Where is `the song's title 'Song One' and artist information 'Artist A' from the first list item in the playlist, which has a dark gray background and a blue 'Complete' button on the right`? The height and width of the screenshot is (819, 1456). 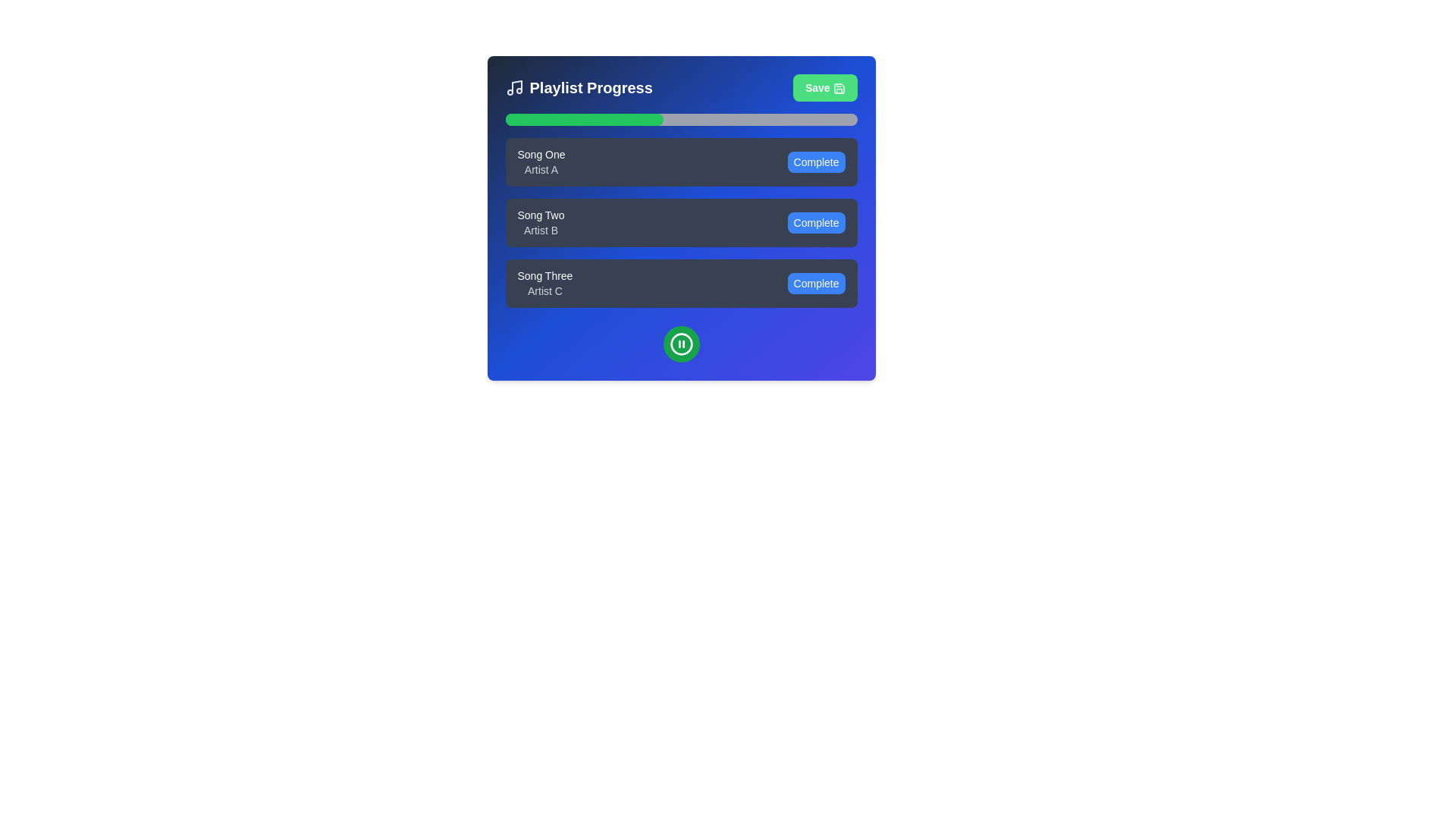 the song's title 'Song One' and artist information 'Artist A' from the first list item in the playlist, which has a dark gray background and a blue 'Complete' button on the right is located at coordinates (680, 162).